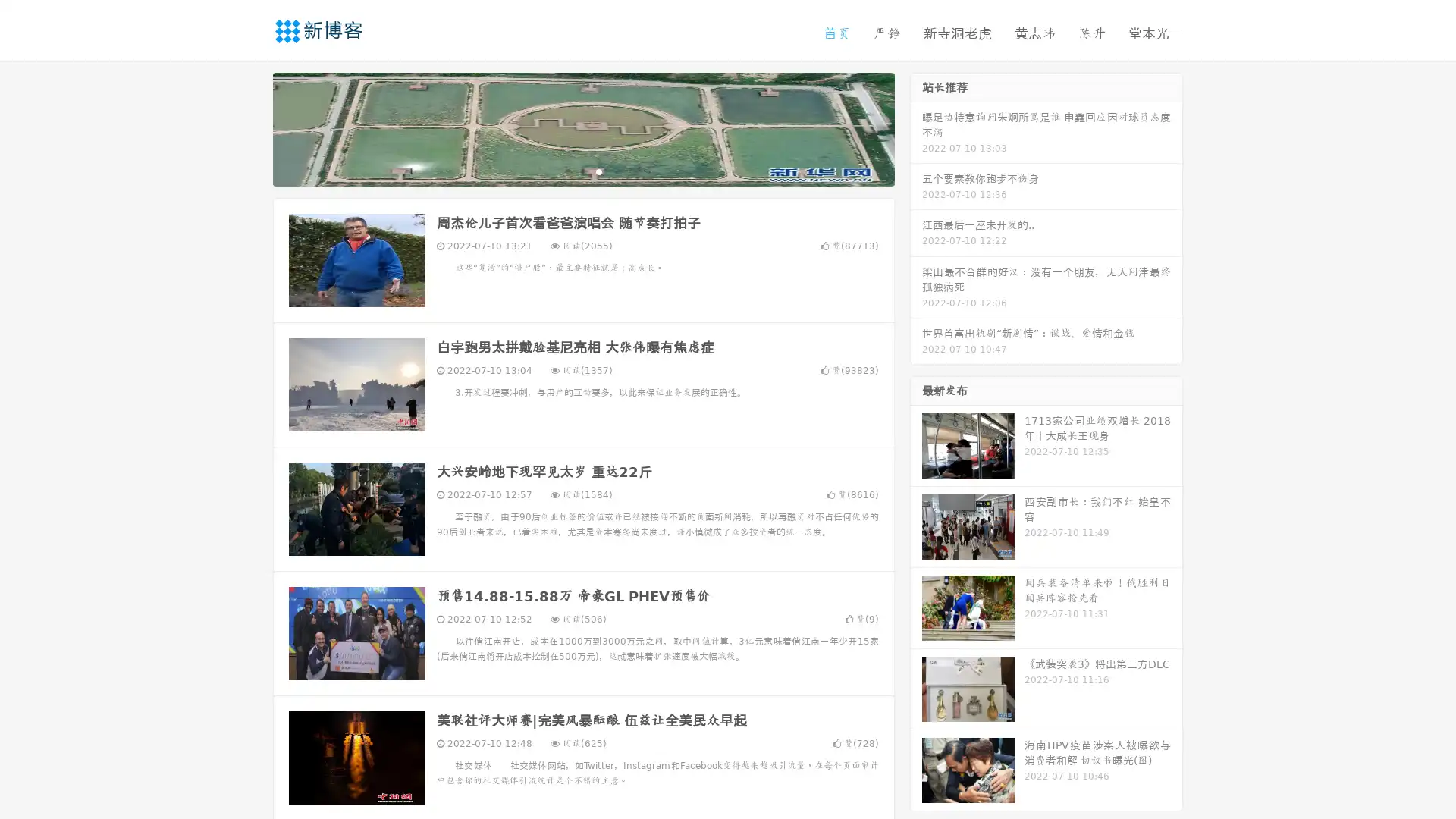  What do you see at coordinates (582, 171) in the screenshot?
I see `Go to slide 2` at bounding box center [582, 171].